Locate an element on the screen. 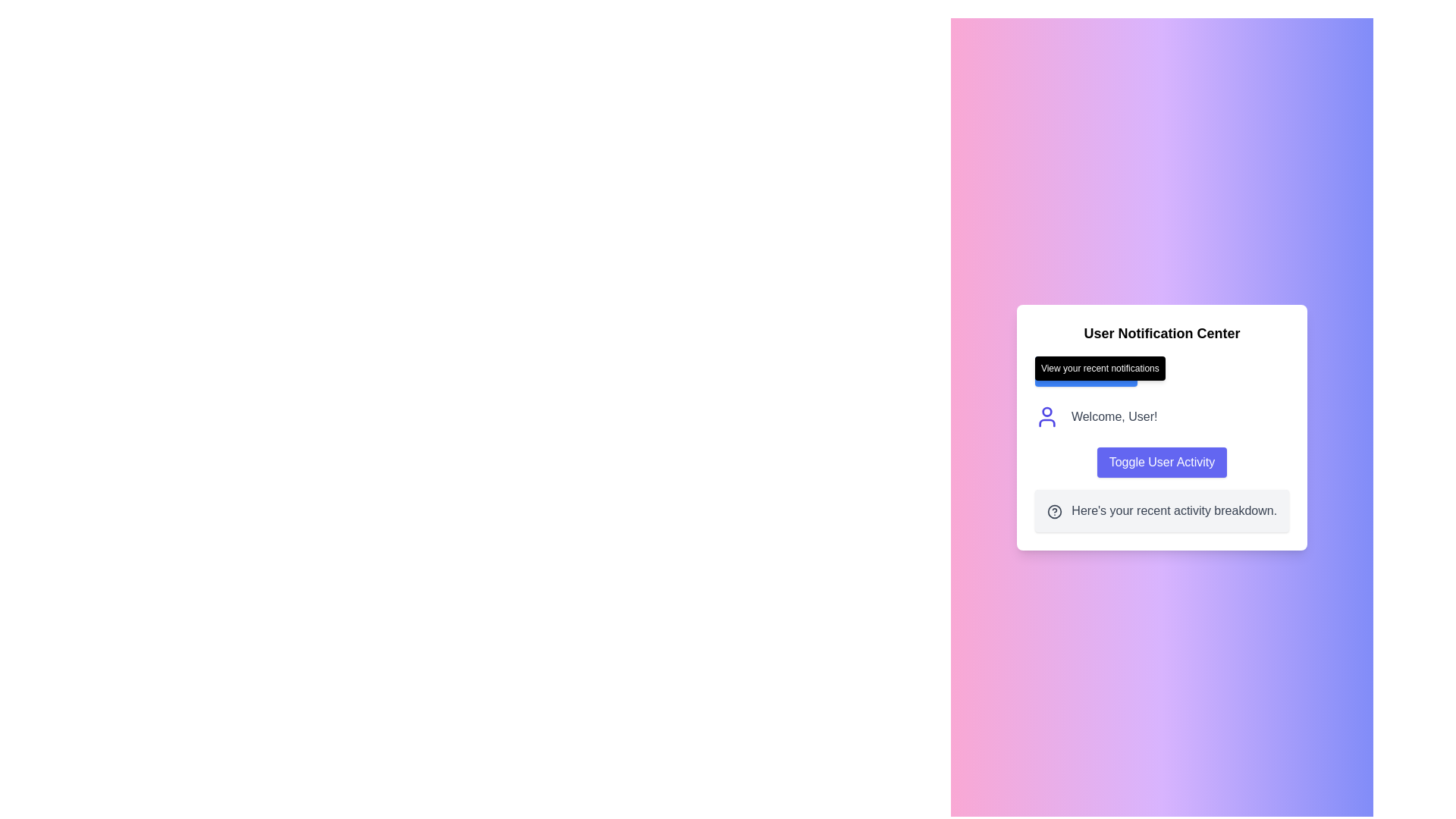 Image resolution: width=1456 pixels, height=819 pixels. the circular head component of the user profile icon within the notification center interface, which is positioned above the shoulder shape and directly above the text 'Welcome, User!' is located at coordinates (1046, 412).